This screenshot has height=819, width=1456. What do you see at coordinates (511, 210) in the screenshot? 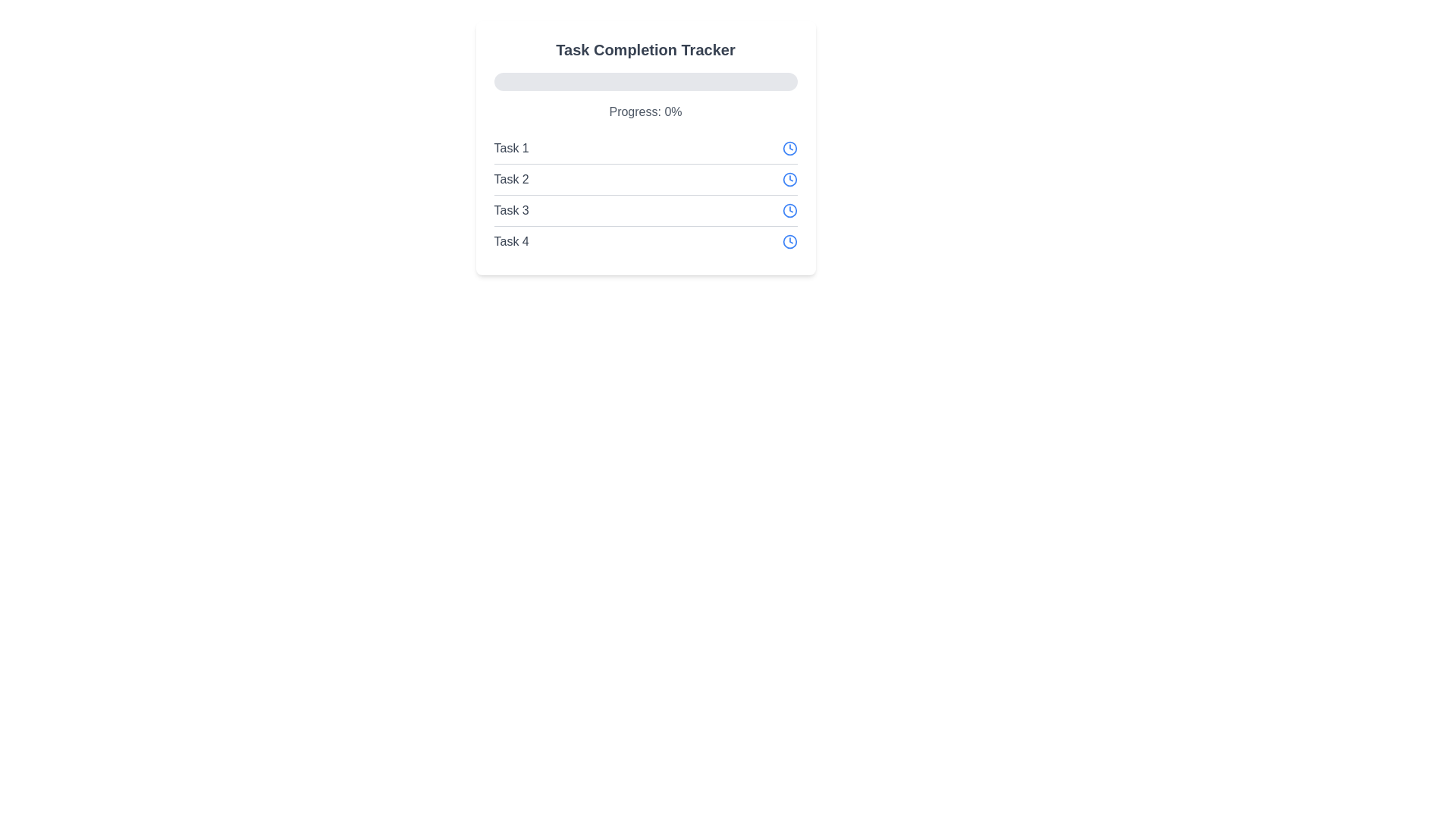
I see `the text label indicating 'Task 3' in the Task Completion Tracker, which is positioned in the third row between 'Task 2' and 'Task 4'` at bounding box center [511, 210].